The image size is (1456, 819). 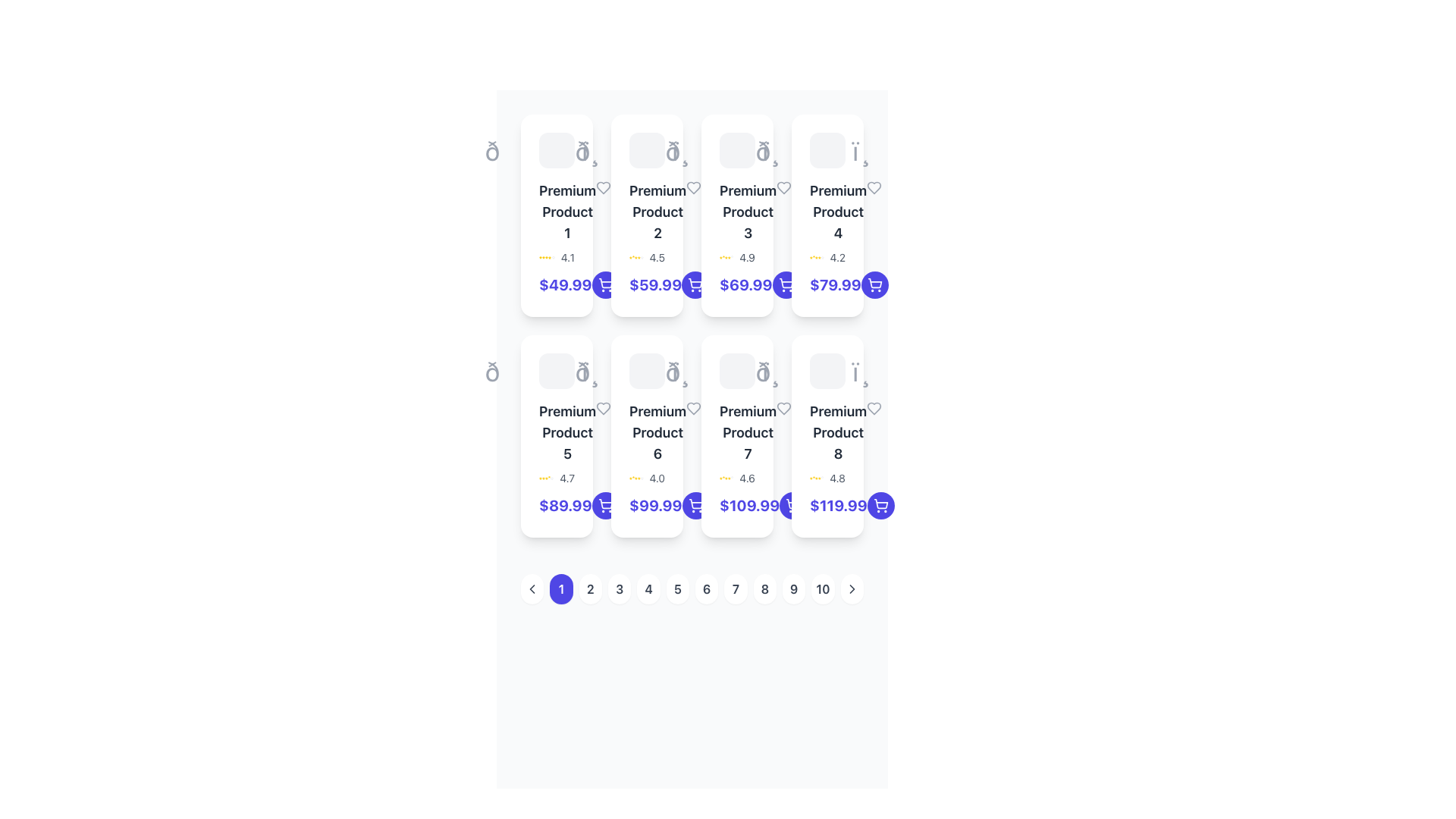 What do you see at coordinates (657, 256) in the screenshot?
I see `rating value from the text label located in the second product card of the top row, which is centrally aligned below the product's name and above its price label` at bounding box center [657, 256].